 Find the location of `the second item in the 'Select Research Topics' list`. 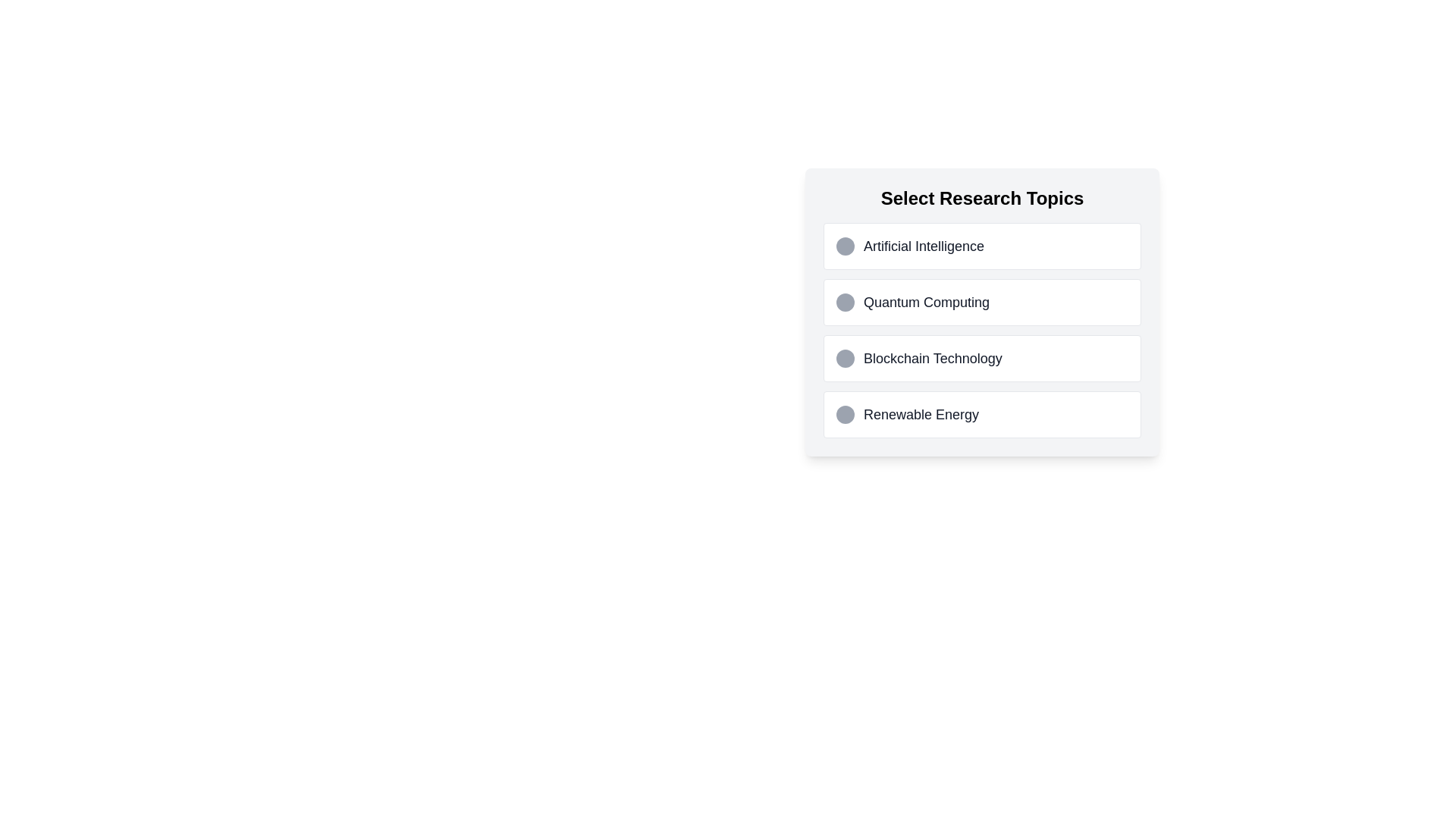

the second item in the 'Select Research Topics' list is located at coordinates (982, 329).